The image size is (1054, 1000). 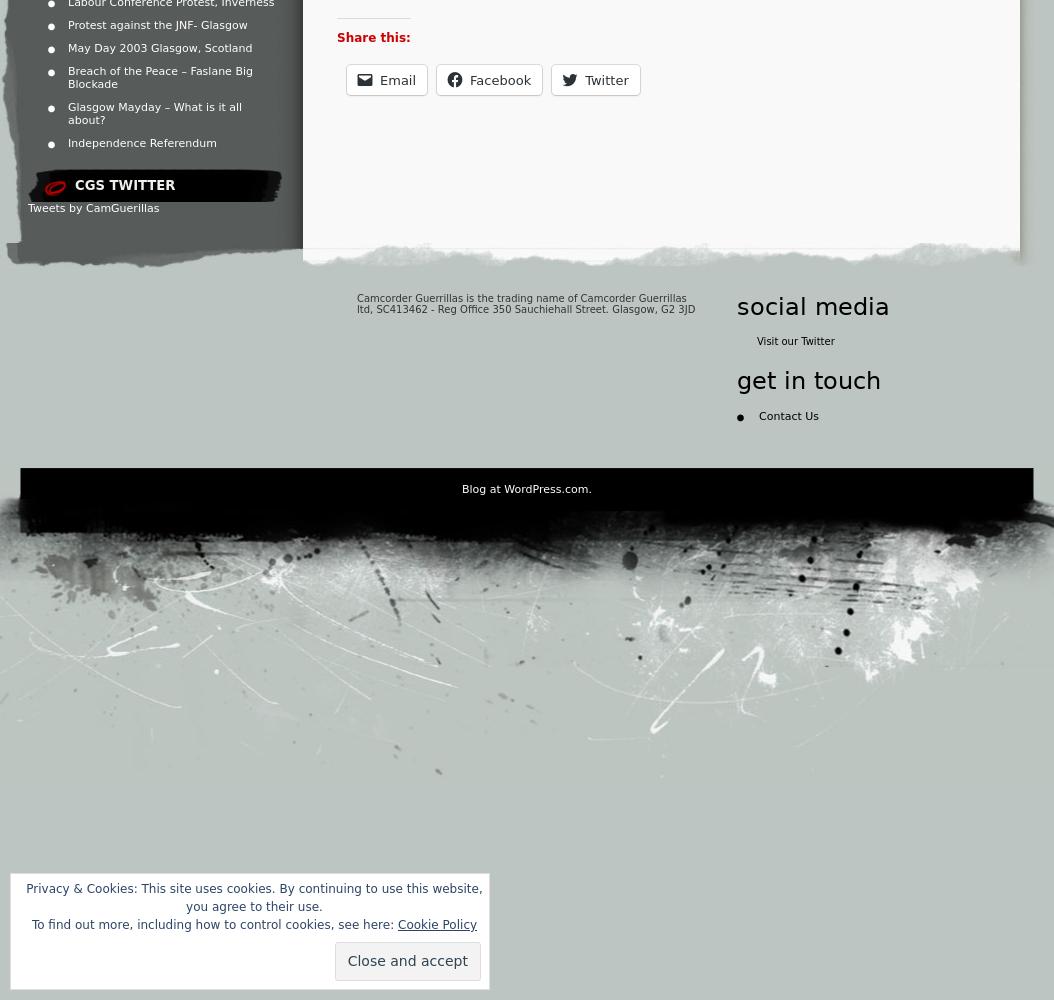 What do you see at coordinates (461, 488) in the screenshot?
I see `'Blog at WordPress.com.'` at bounding box center [461, 488].